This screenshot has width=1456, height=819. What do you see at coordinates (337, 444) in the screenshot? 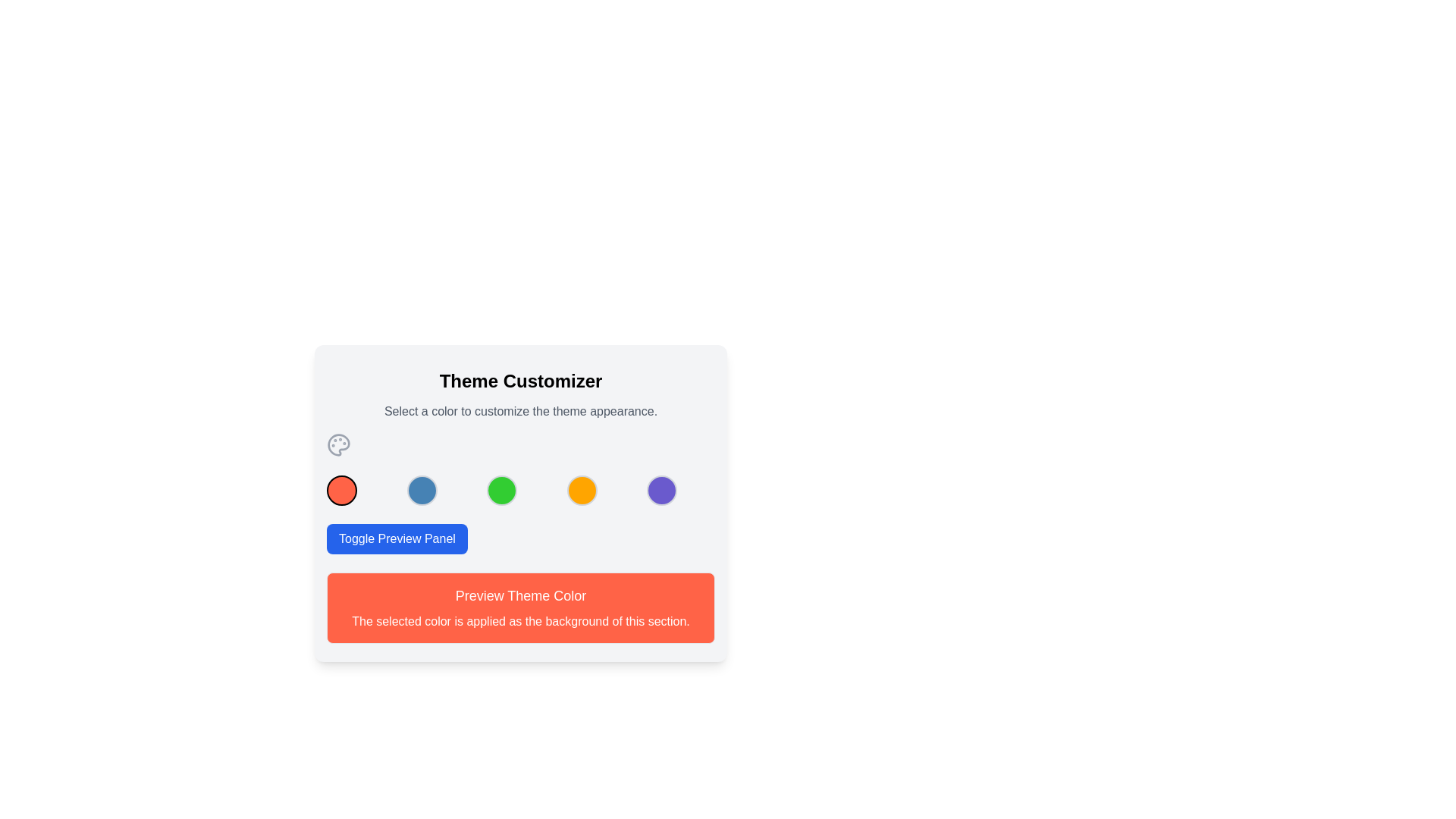
I see `the icon representing the theme or color customization feature located above the 'Theme Customizer' text` at bounding box center [337, 444].